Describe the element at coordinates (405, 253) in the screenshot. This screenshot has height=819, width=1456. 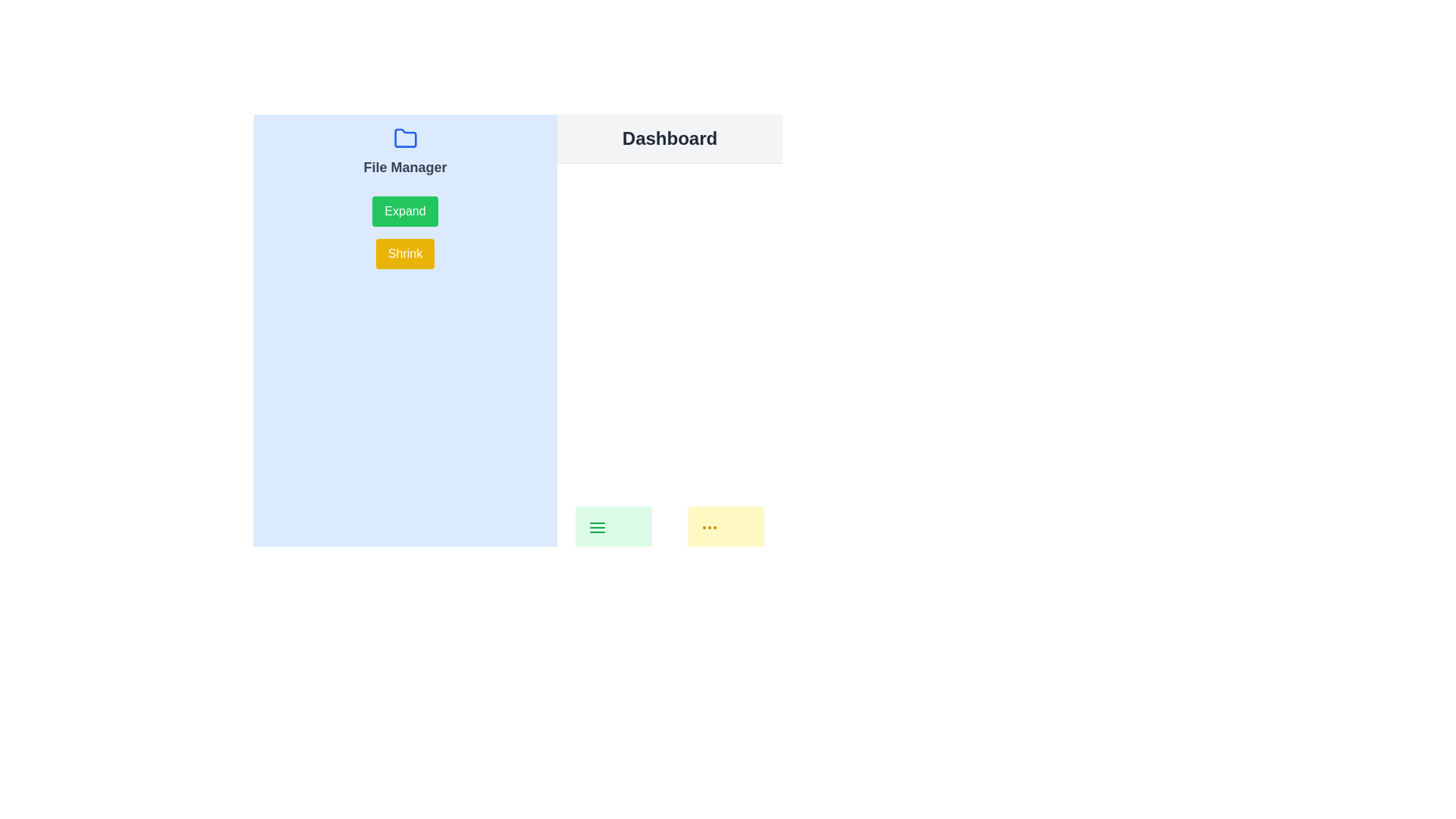
I see `the collapse button located below the green 'Expand' button in the 'File Manager' section` at that location.